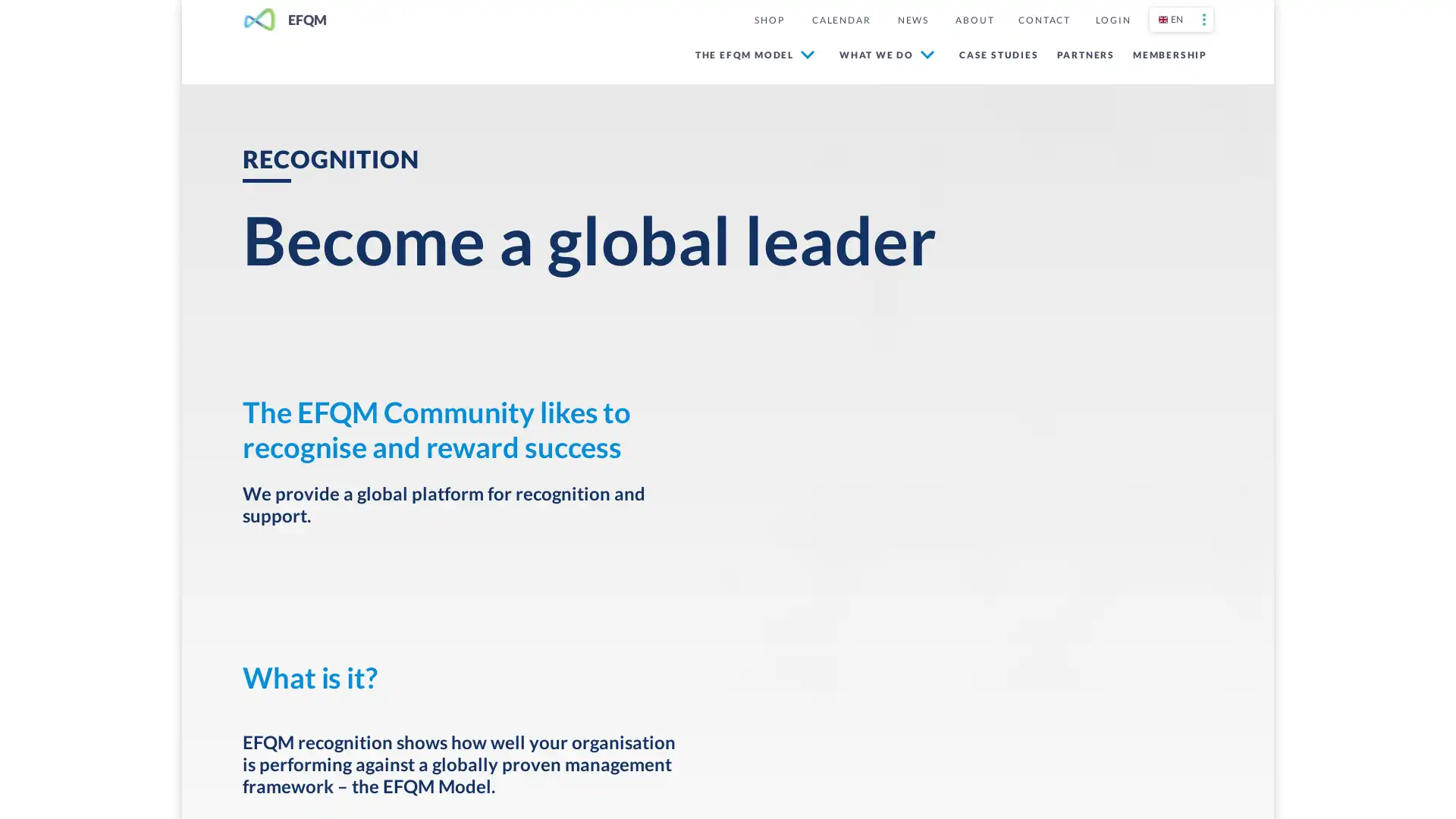 The width and height of the screenshot is (1456, 819). What do you see at coordinates (1081, 53) in the screenshot?
I see `PARTNERS` at bounding box center [1081, 53].